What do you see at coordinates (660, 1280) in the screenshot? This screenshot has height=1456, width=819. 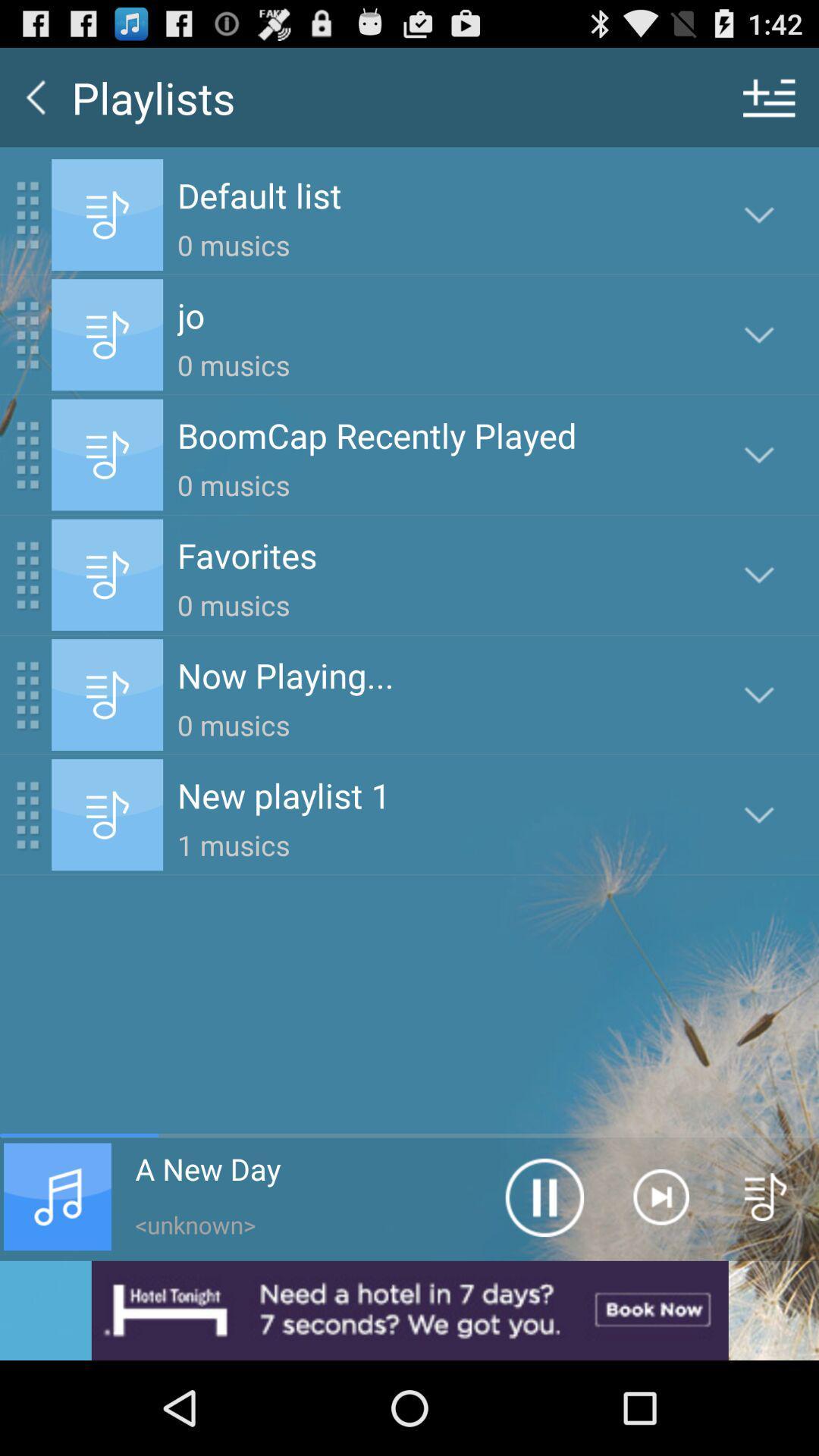 I see `the skip_next icon` at bounding box center [660, 1280].